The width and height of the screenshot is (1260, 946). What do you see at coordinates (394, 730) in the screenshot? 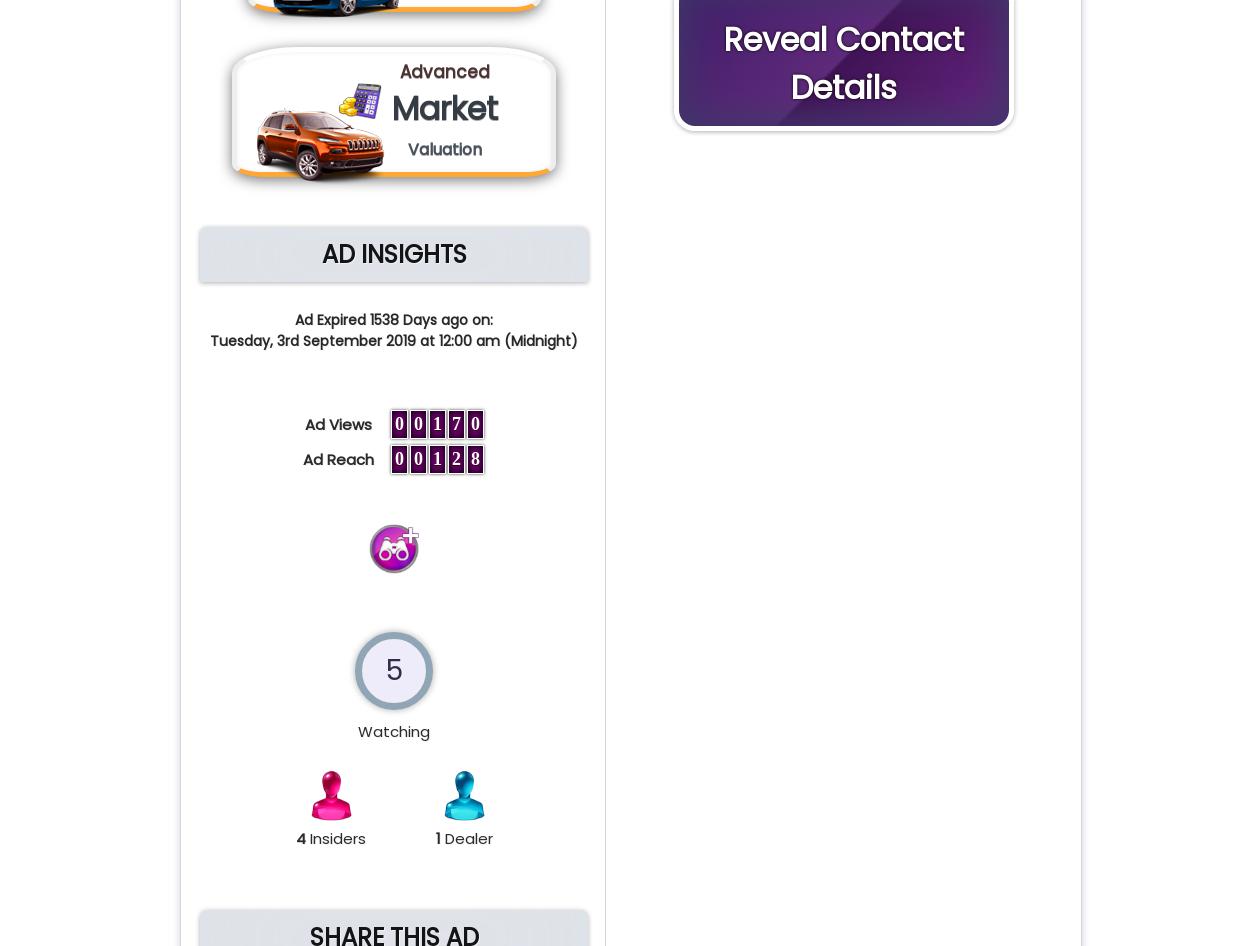
I see `'Watching'` at bounding box center [394, 730].